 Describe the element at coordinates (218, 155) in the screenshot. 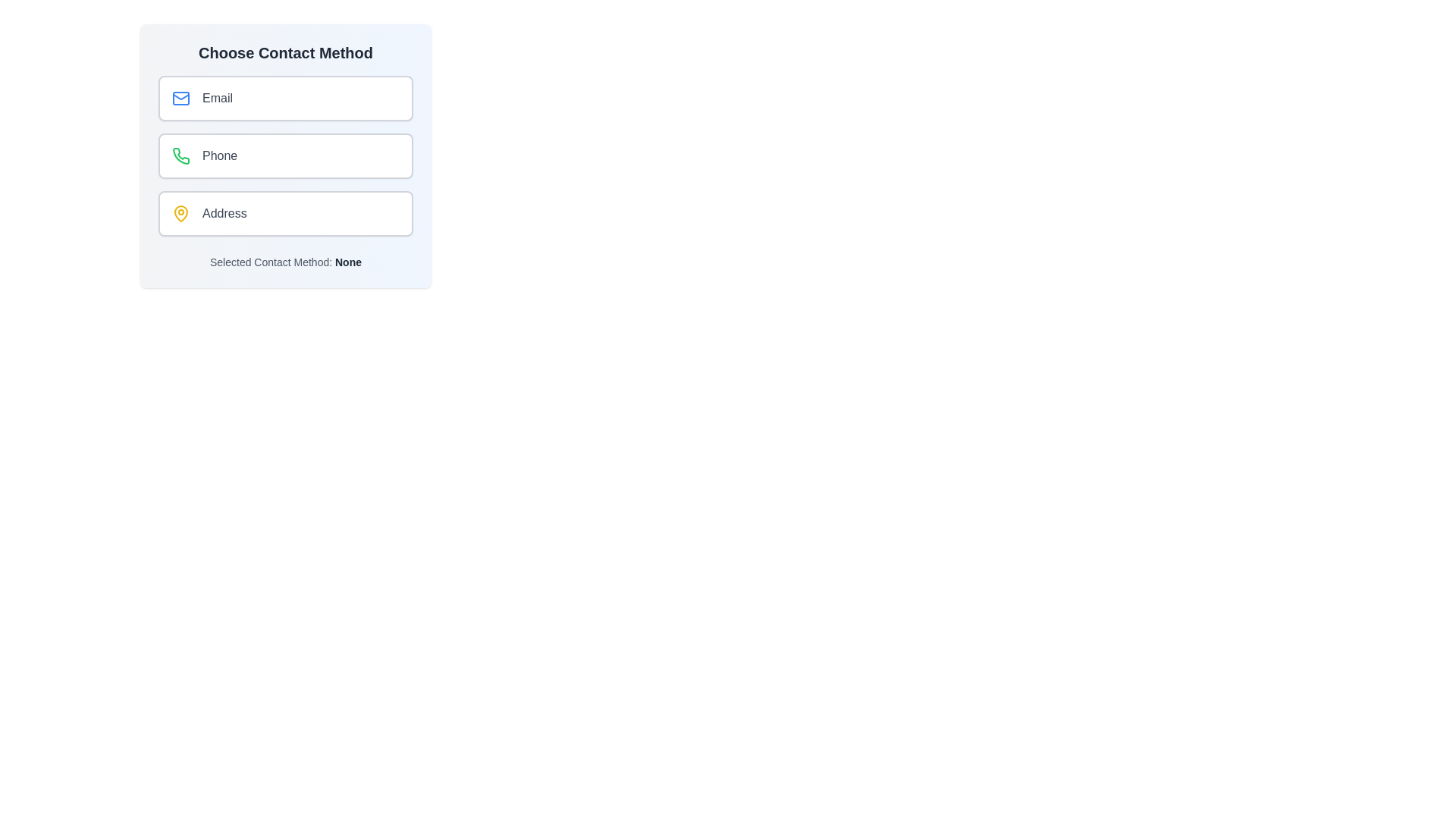

I see `the text label of the contact method Phone` at that location.